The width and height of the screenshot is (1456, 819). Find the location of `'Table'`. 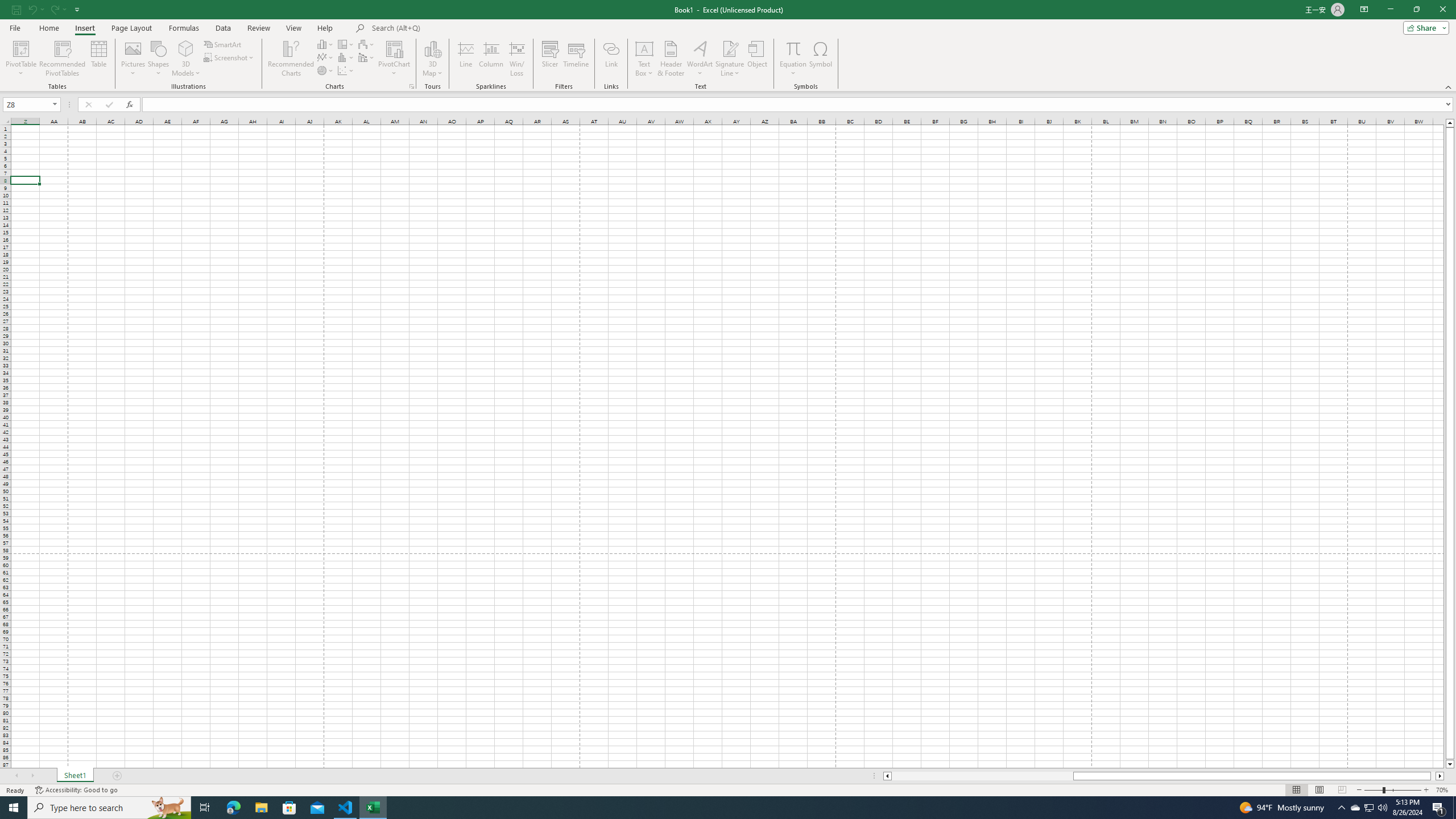

'Table' is located at coordinates (99, 59).